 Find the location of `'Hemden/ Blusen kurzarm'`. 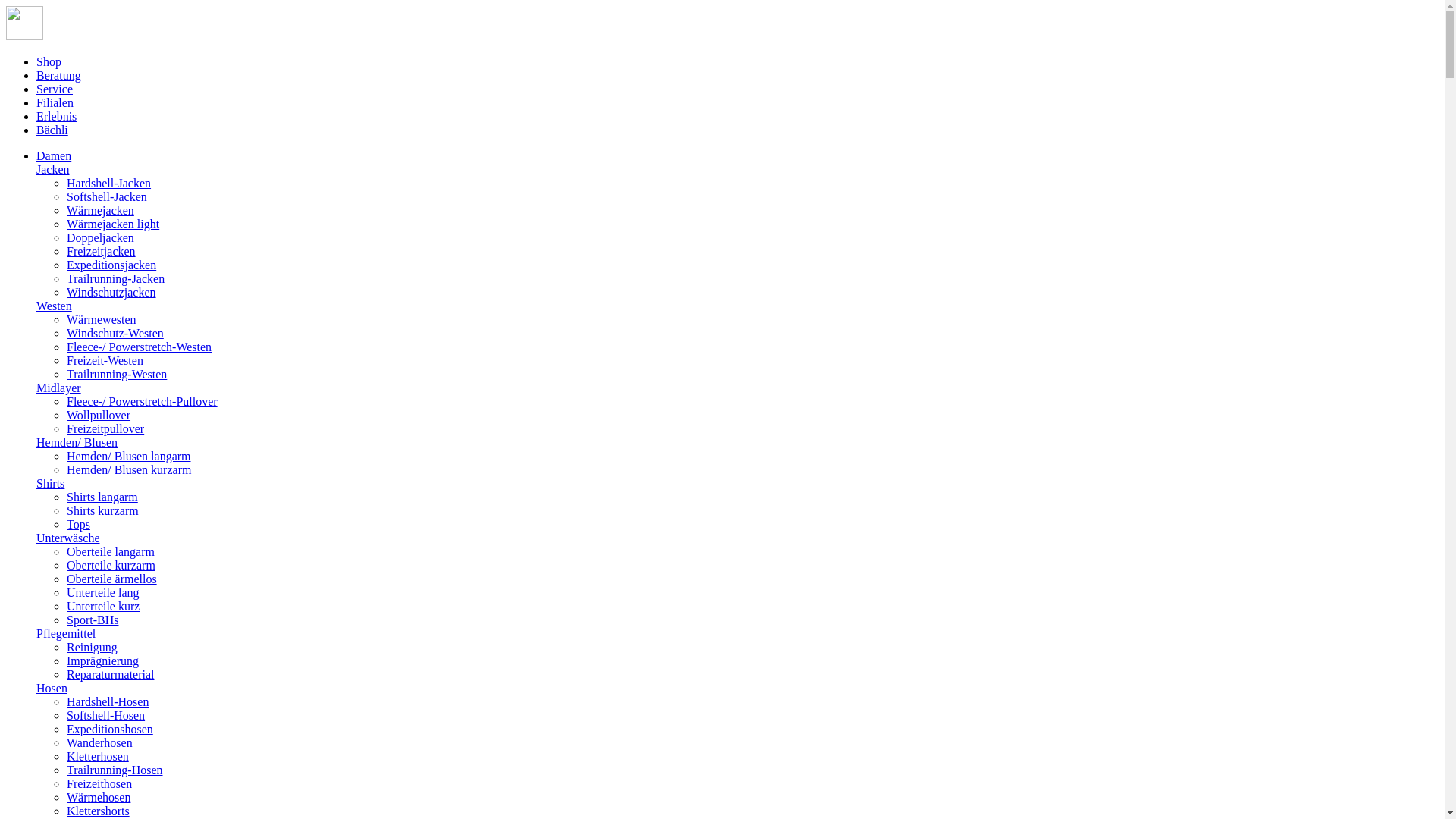

'Hemden/ Blusen kurzarm' is located at coordinates (128, 469).